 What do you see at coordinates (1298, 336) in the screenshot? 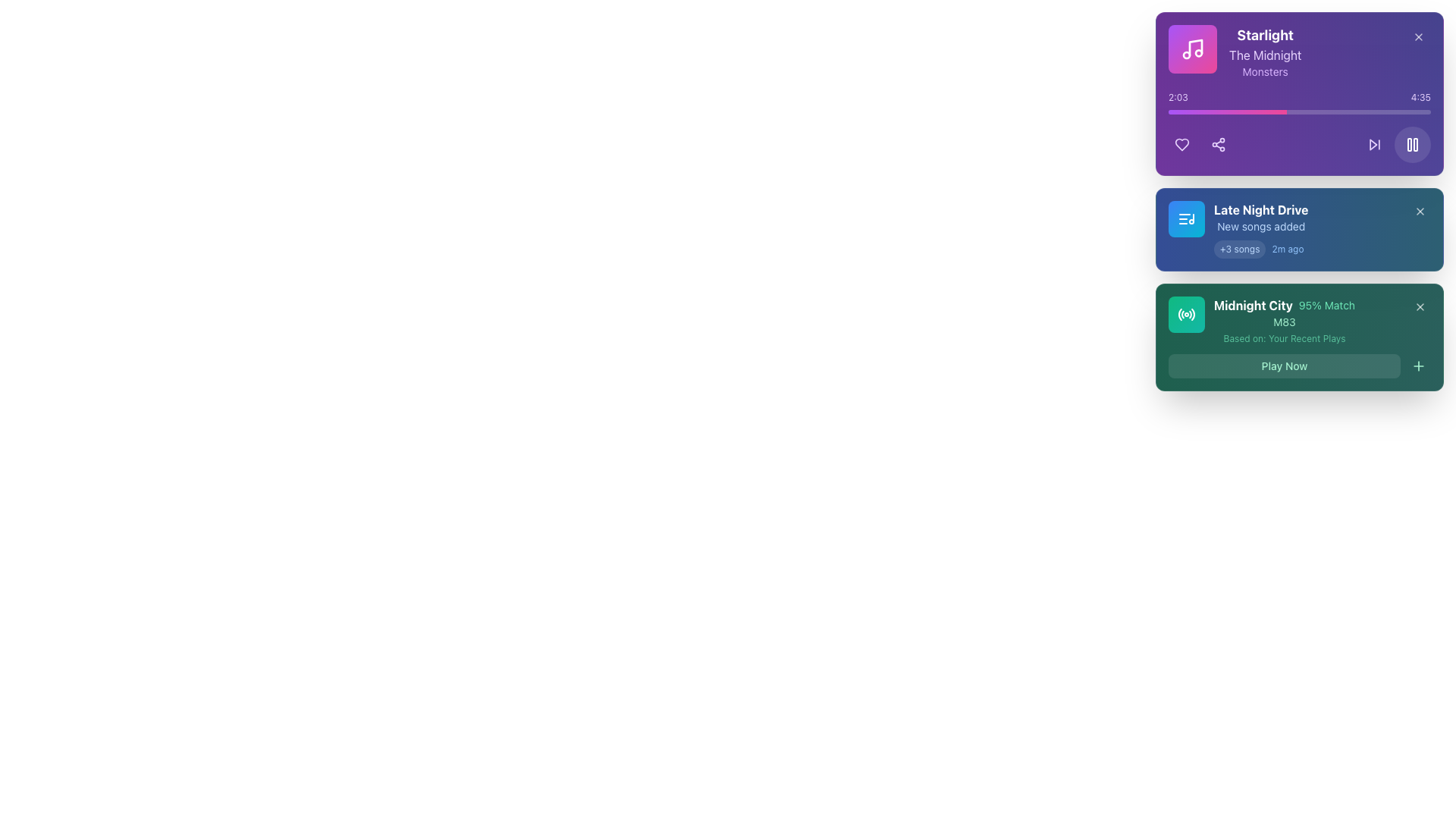
I see `the plus icon in the music recommendation panel, which is the third and last item in a vertical stack of panels, and possibly click it` at bounding box center [1298, 336].